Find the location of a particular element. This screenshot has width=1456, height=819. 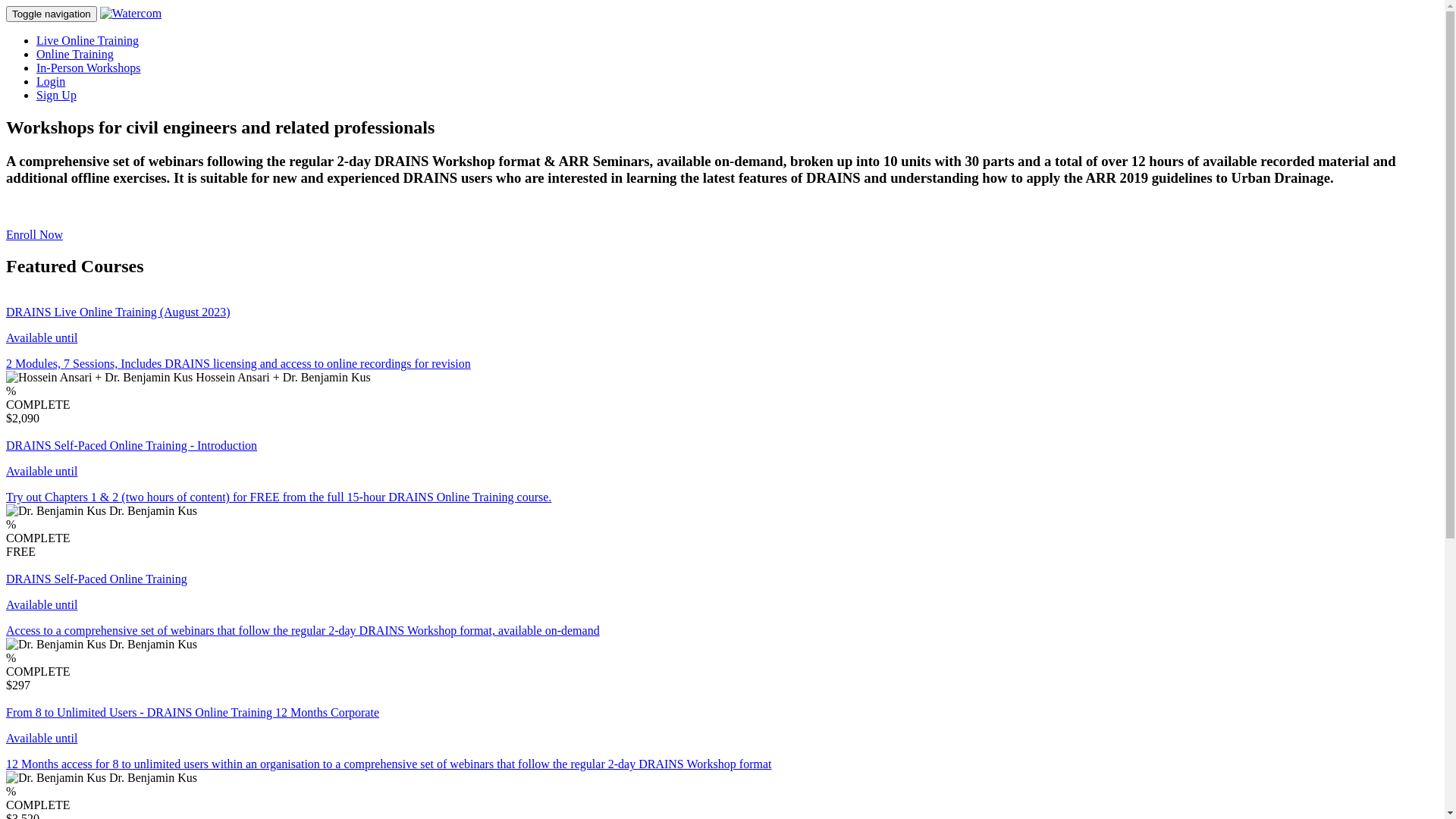

'Enroll Now' is located at coordinates (6, 234).